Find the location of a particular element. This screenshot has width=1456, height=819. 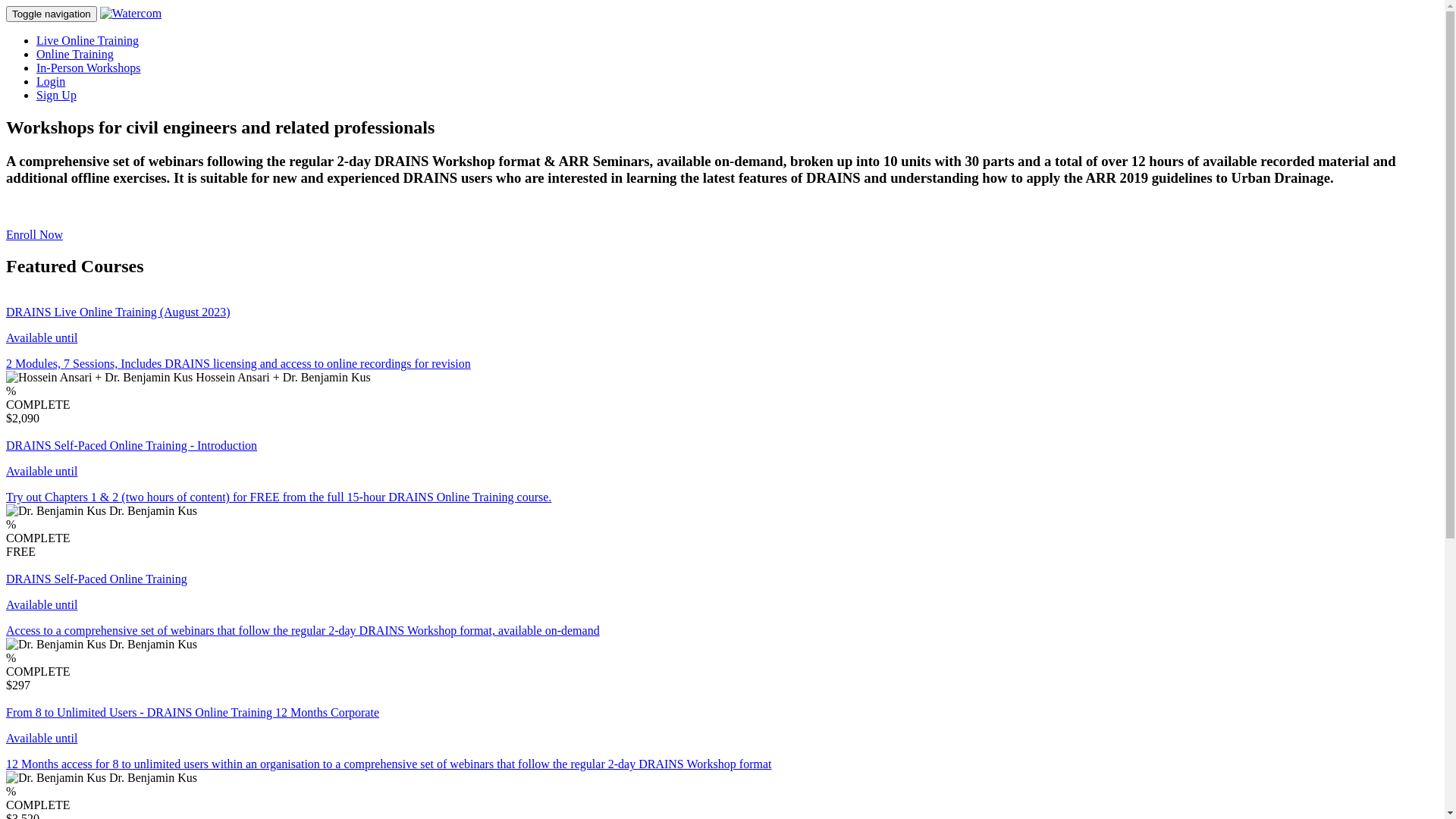

'Enroll Now' is located at coordinates (6, 234).